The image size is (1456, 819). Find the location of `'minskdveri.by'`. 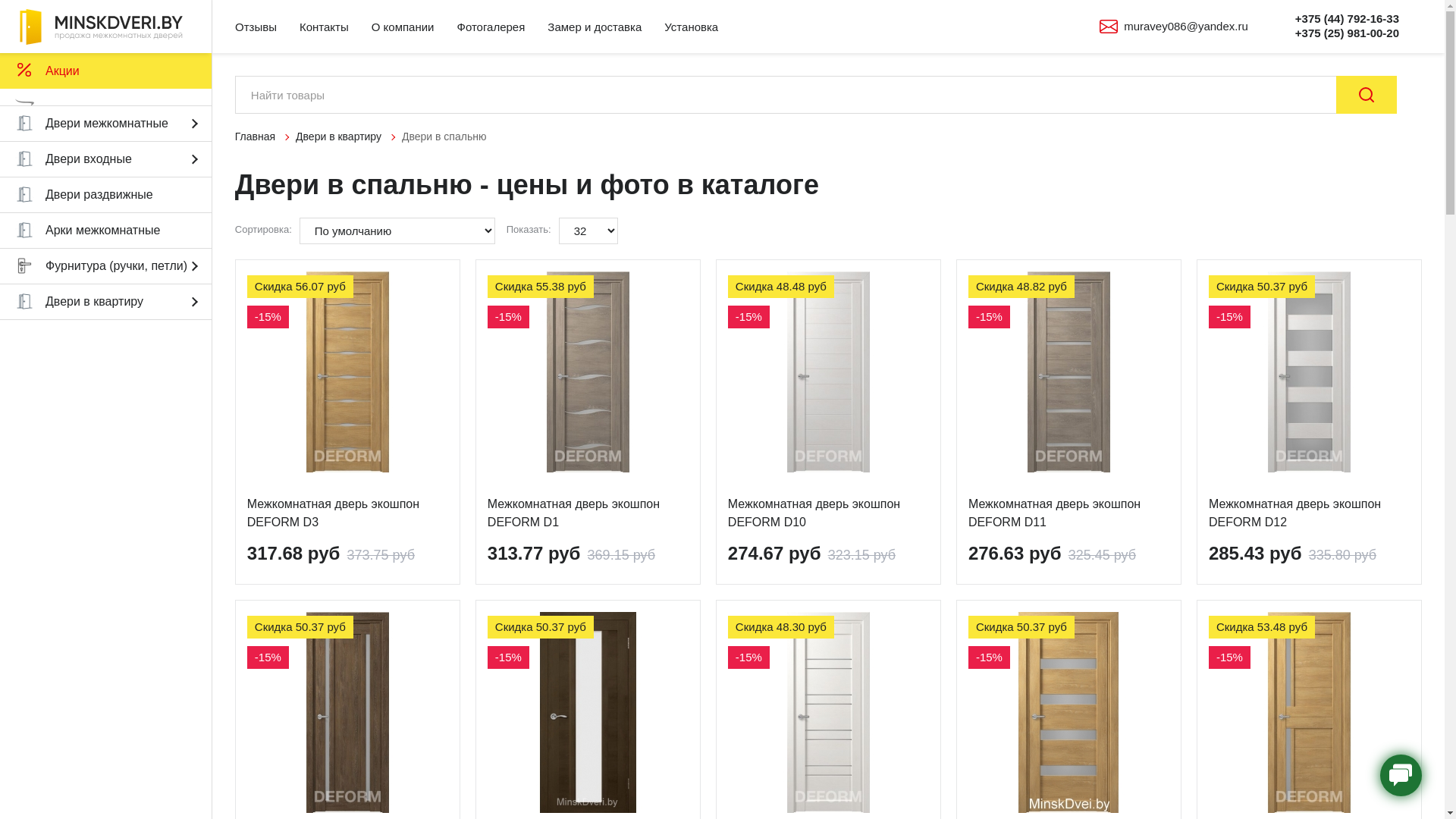

'minskdveri.by' is located at coordinates (105, 26).